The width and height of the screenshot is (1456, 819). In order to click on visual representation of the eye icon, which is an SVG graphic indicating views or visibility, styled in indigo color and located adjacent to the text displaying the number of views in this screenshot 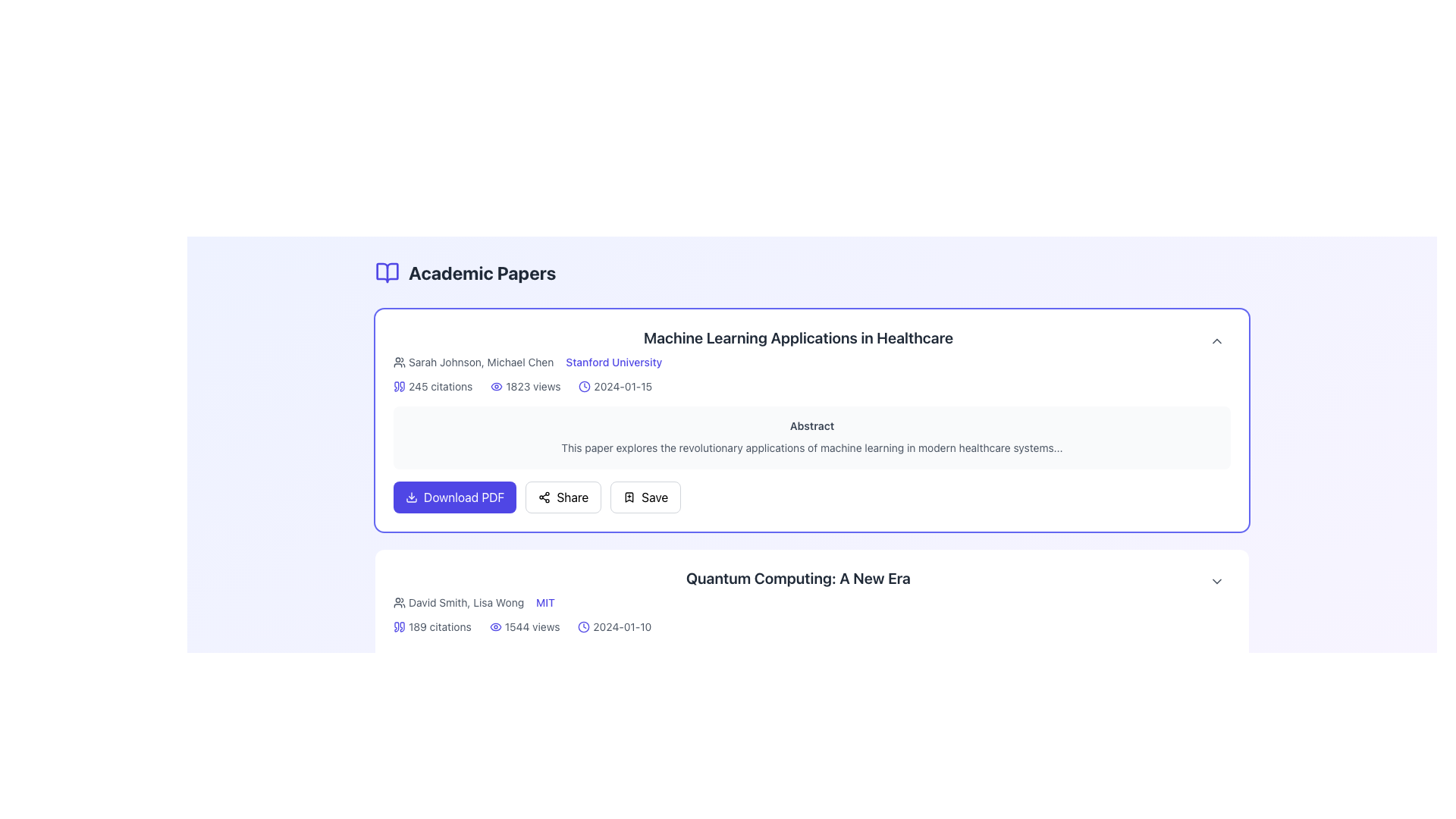, I will do `click(494, 760)`.